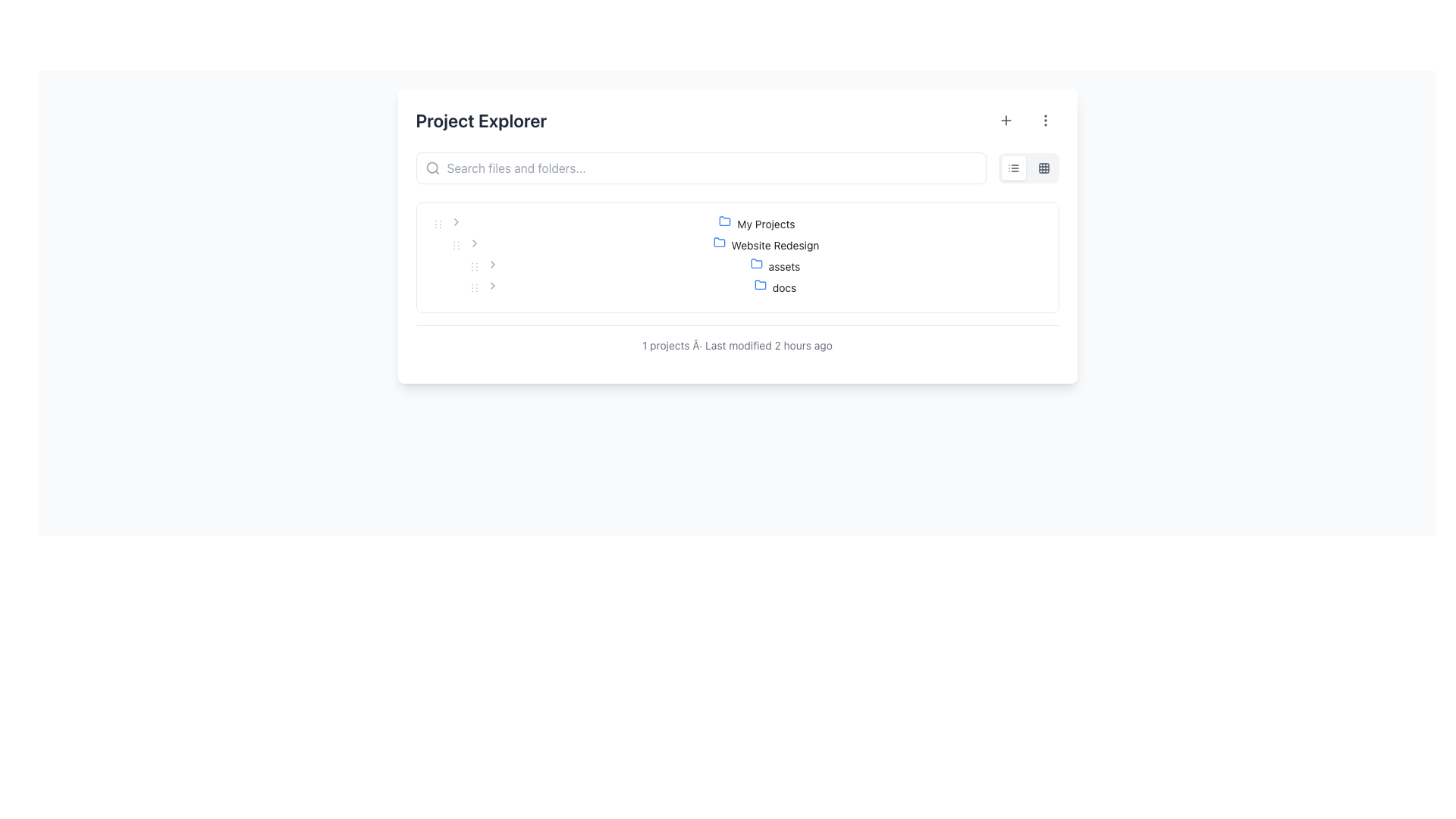  I want to click on the 'assets' folder node, so click(775, 265).